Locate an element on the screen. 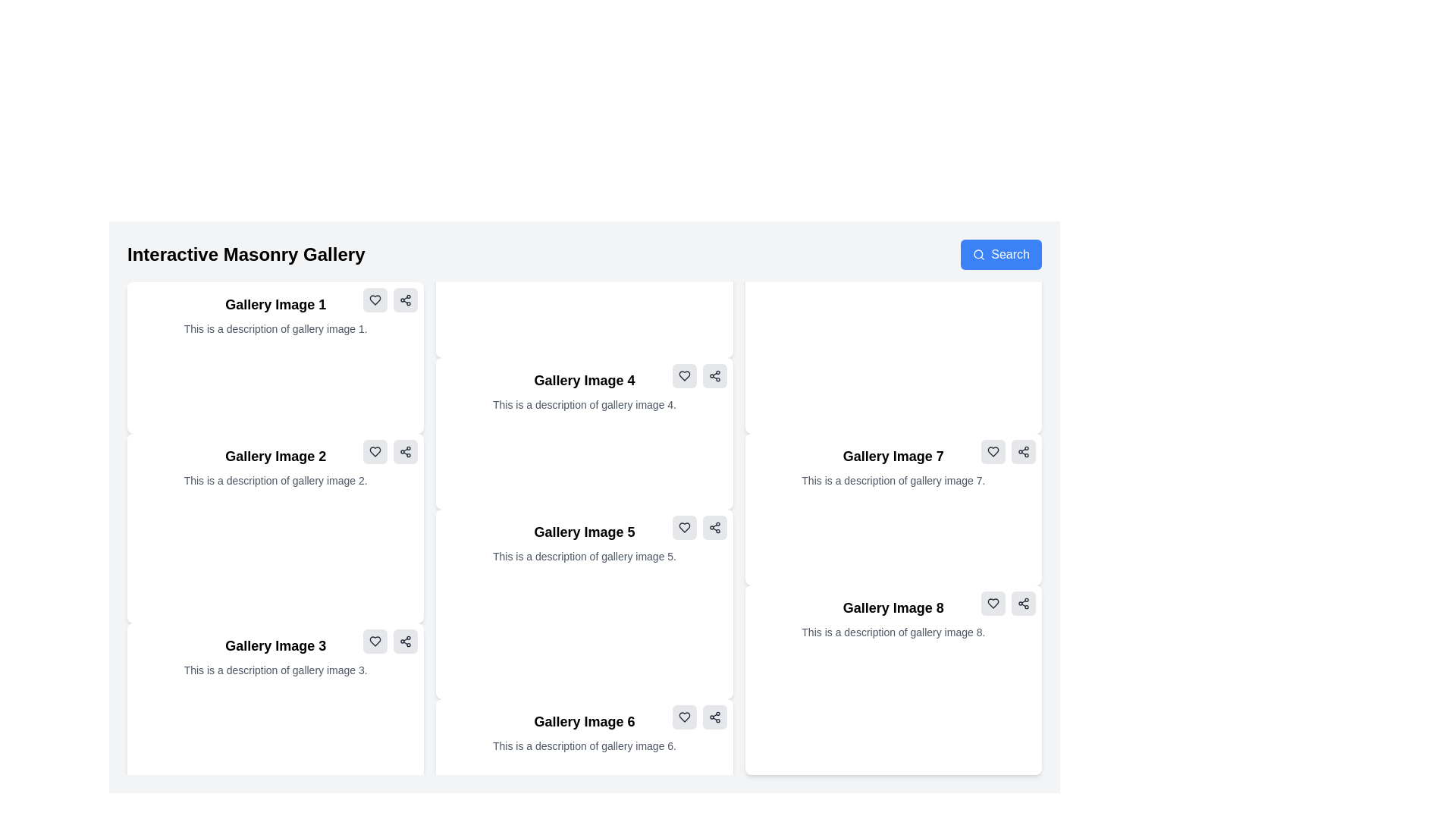 The height and width of the screenshot is (819, 1456). text from the label titled 'Gallery Image 6' and its description 'This is a description of gallery image 6.' located in the sixth card of the masonry gallery layout is located at coordinates (584, 731).